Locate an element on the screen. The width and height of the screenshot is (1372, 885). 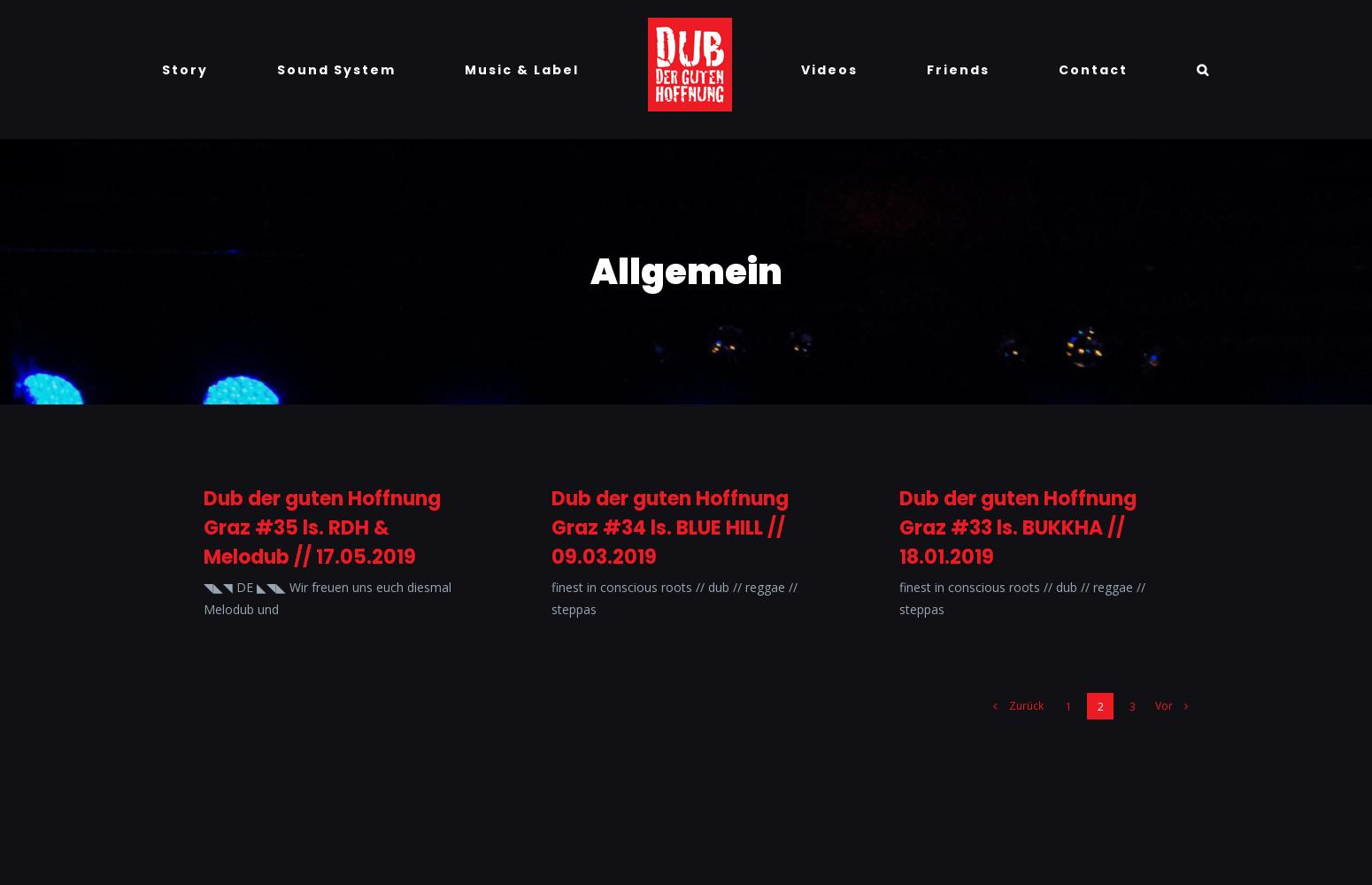
'Dub der guten Hoffnung Graz #34 ls. BLUE HILL // 09.03.2019' is located at coordinates (670, 527).